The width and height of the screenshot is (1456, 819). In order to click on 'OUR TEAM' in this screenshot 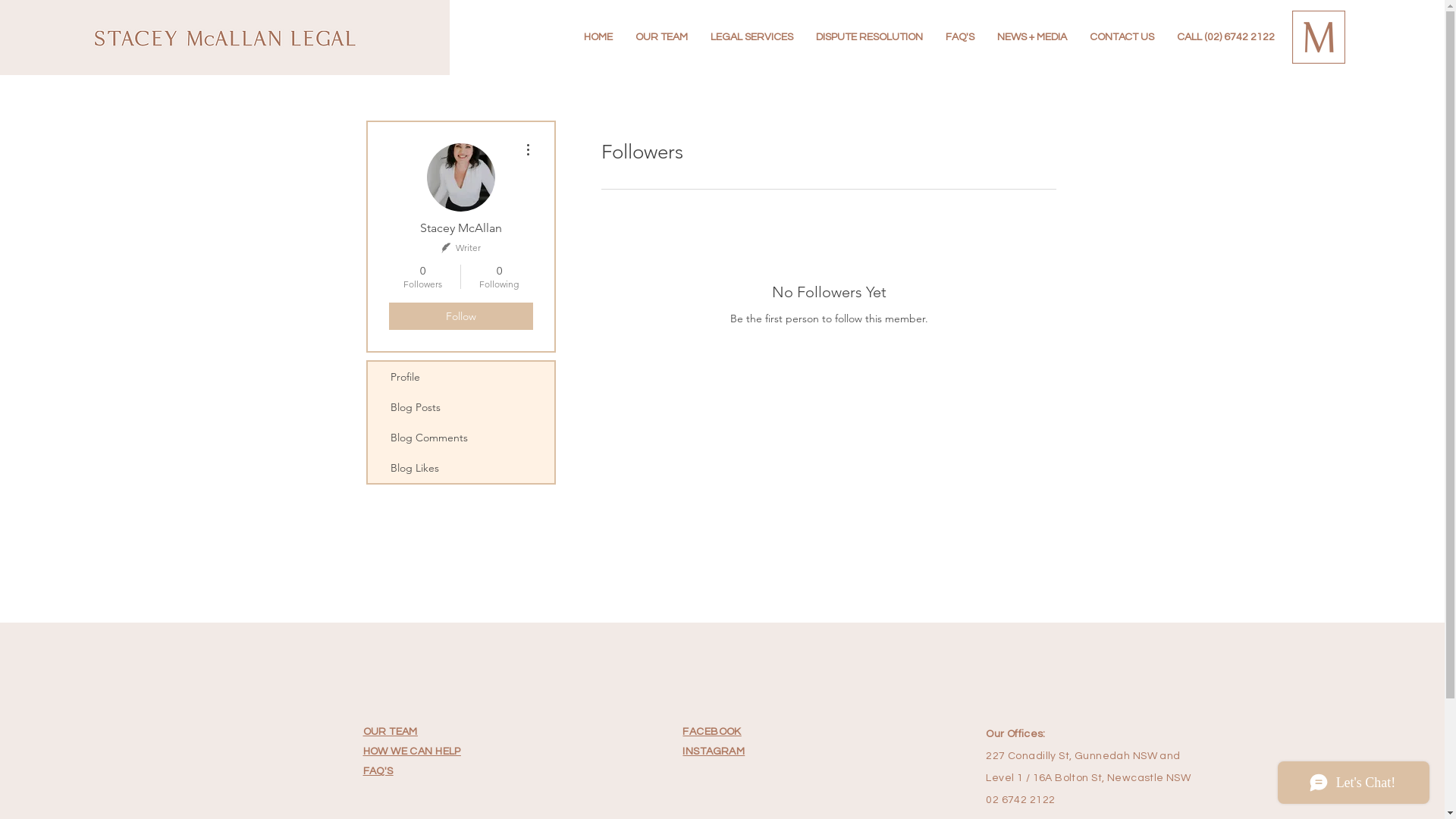, I will do `click(623, 36)`.